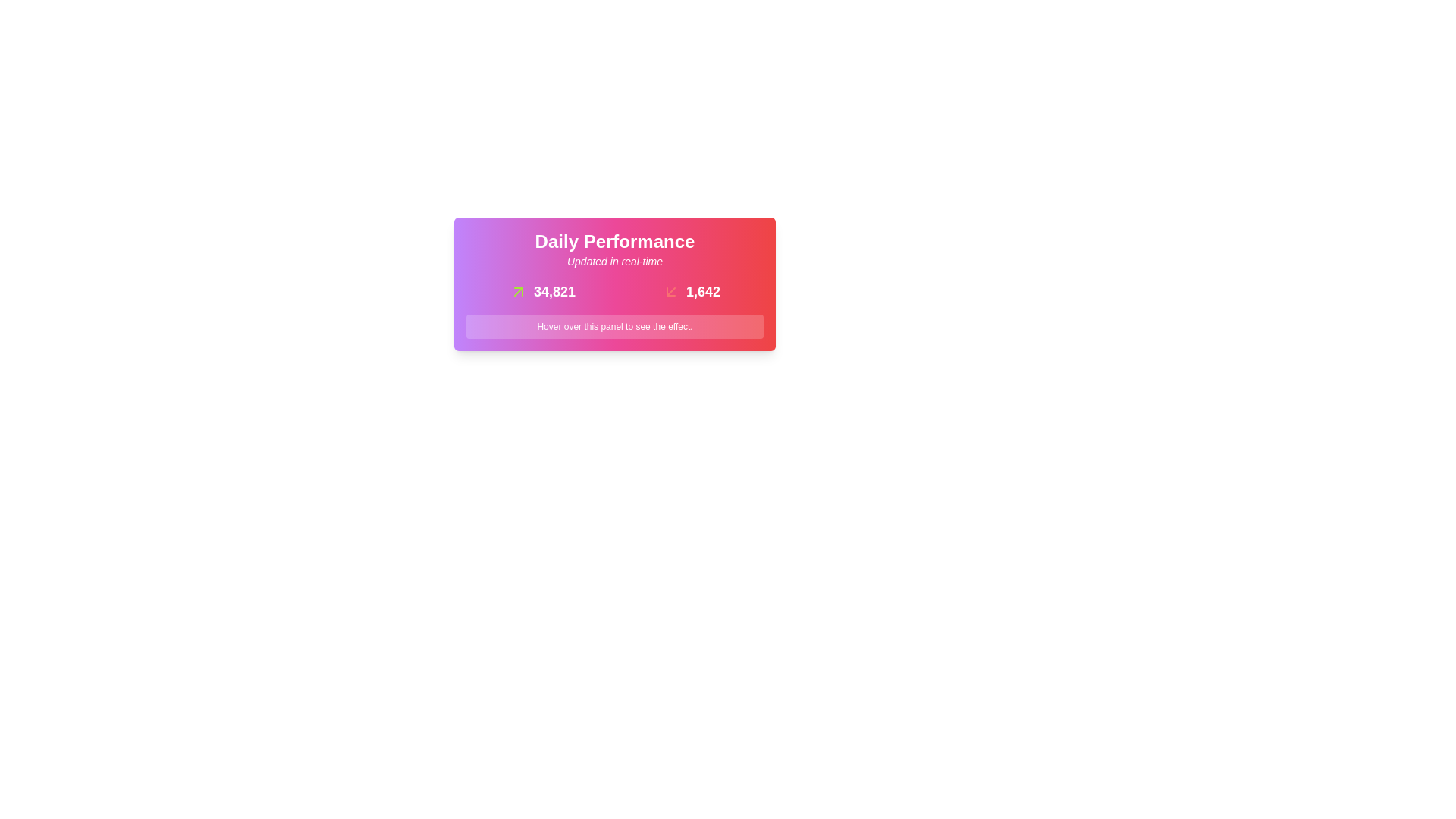 The height and width of the screenshot is (819, 1456). What do you see at coordinates (690, 292) in the screenshot?
I see `displayed information of the second statistic in the 'Daily Performance' panel, which is represented with a red downward arrow icon indicating a decrease` at bounding box center [690, 292].